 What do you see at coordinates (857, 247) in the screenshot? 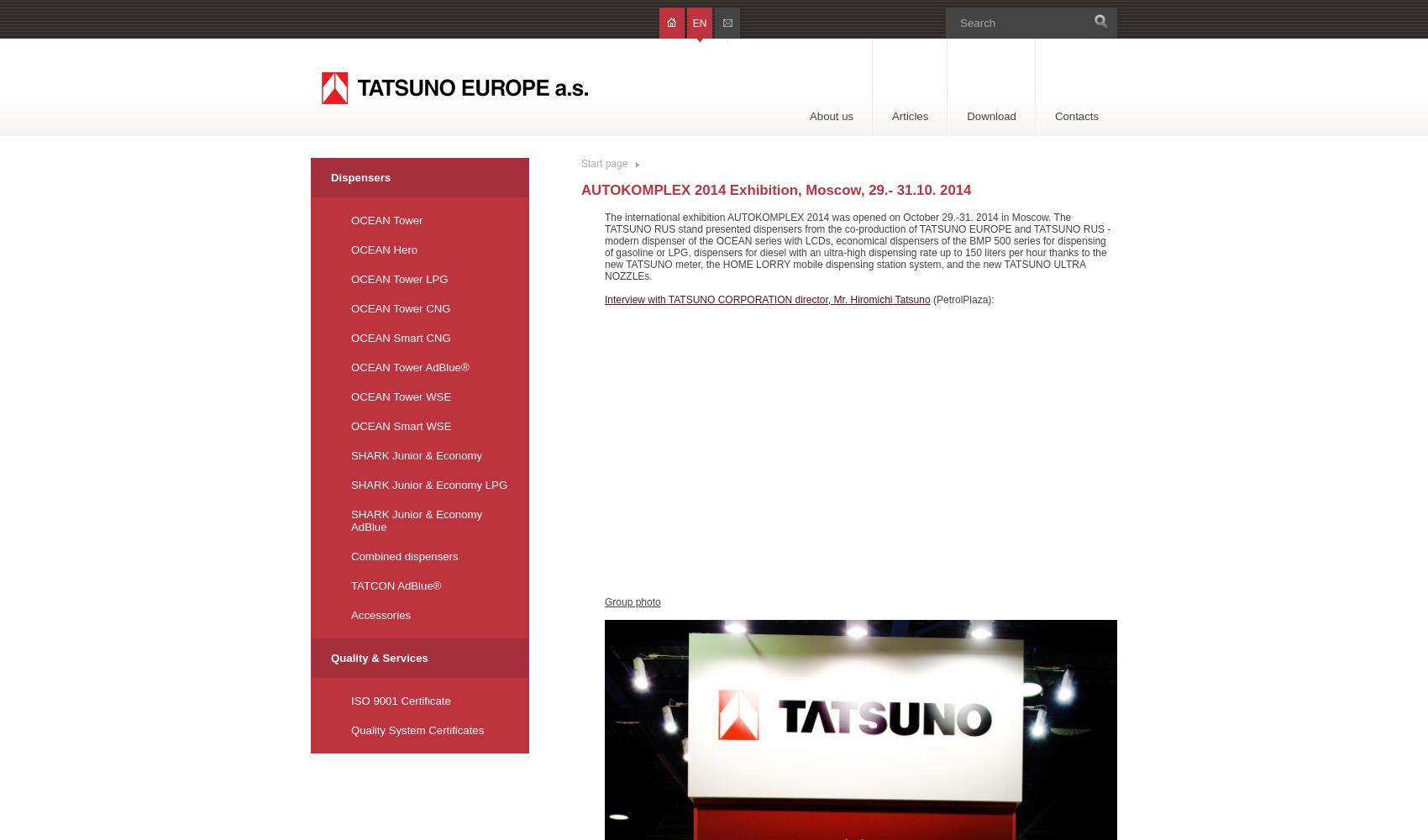
I see `'The international exhibition AUTOKOMPLEX 2014 was opened on October 29.-31. 2014 in Moscow. The TATSUNO RUS stand presented dispensers from the co-production of TATSUNO EUROPE and TATSUNO RUS - modern dispenser of the OCEAN series with LCDs, economical dispensers of the BMP 500 series for dispensing of gasoline or LPG, dispensers for diesel with an ultra-high dispensing rate up to 150 liters per hour thanks to the new TATSUNO meter, the HOME LORRY mobile dispensing station system, and the new TATSUNO ULTRA NOZZLEs.'` at bounding box center [857, 247].